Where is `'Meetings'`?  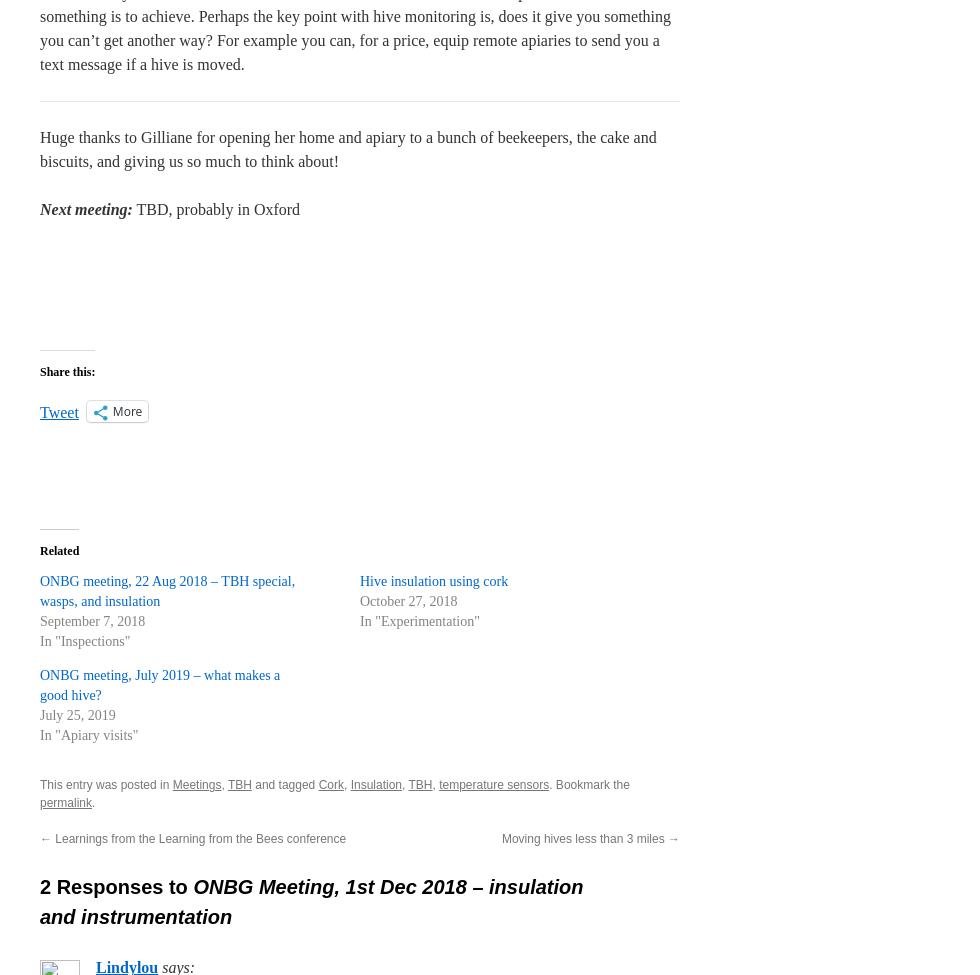 'Meetings' is located at coordinates (196, 784).